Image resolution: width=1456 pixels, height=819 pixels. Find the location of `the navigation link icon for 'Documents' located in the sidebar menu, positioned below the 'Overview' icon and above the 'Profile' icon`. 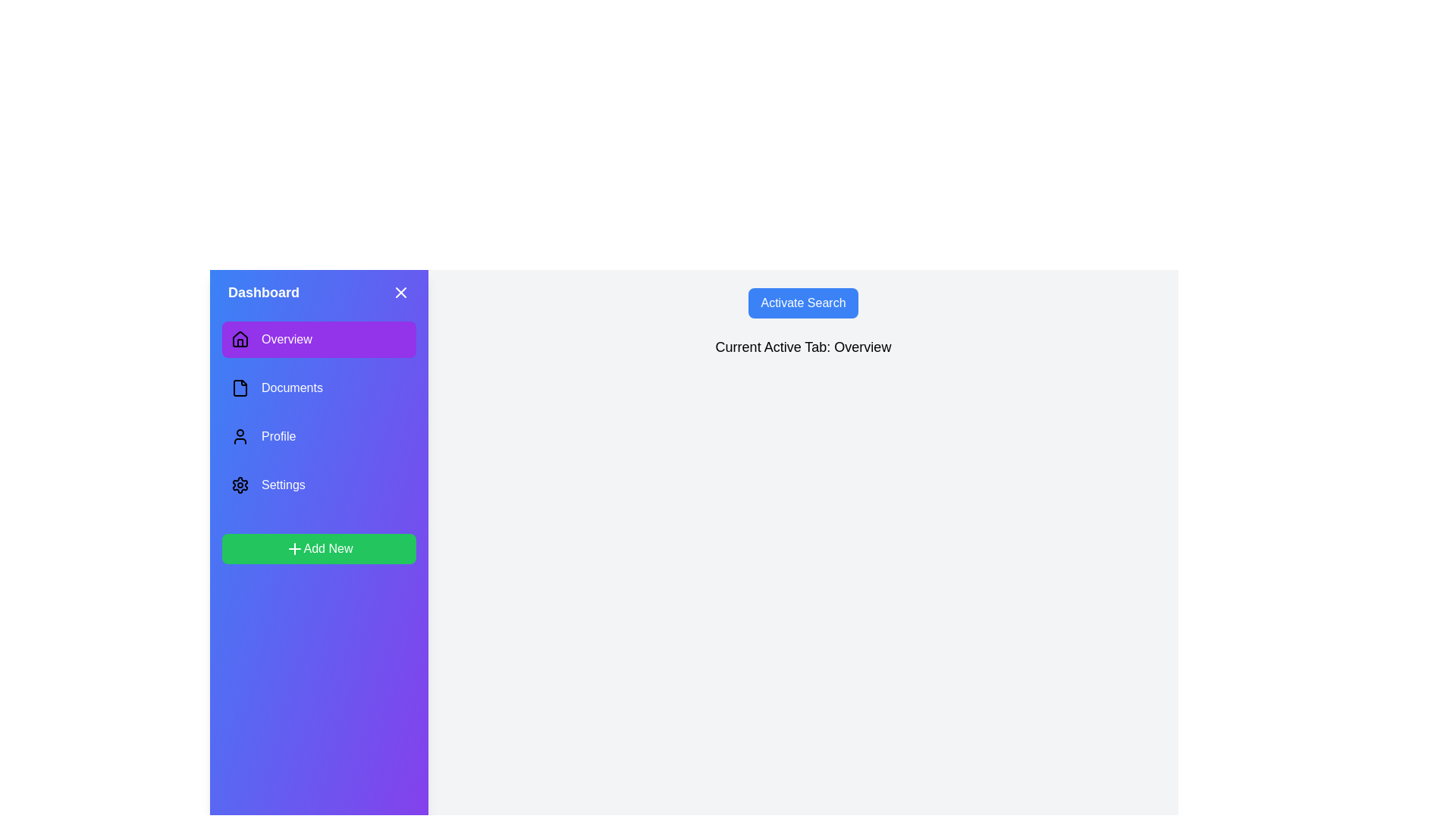

the navigation link icon for 'Documents' located in the sidebar menu, positioned below the 'Overview' icon and above the 'Profile' icon is located at coordinates (239, 388).